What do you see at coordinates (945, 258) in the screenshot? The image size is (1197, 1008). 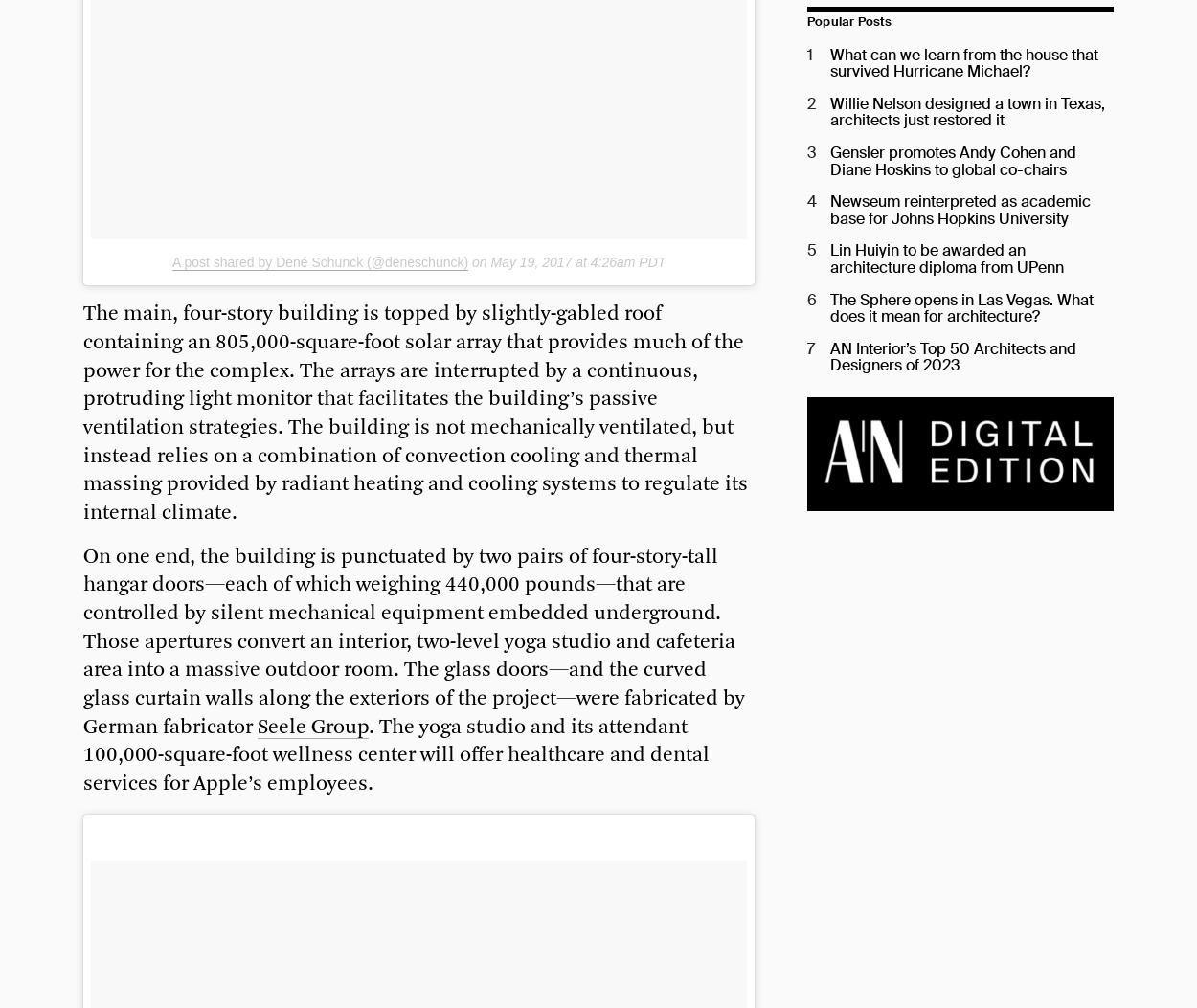 I see `'Lin Huiyin to be awarded an architecture diploma from UPenn'` at bounding box center [945, 258].